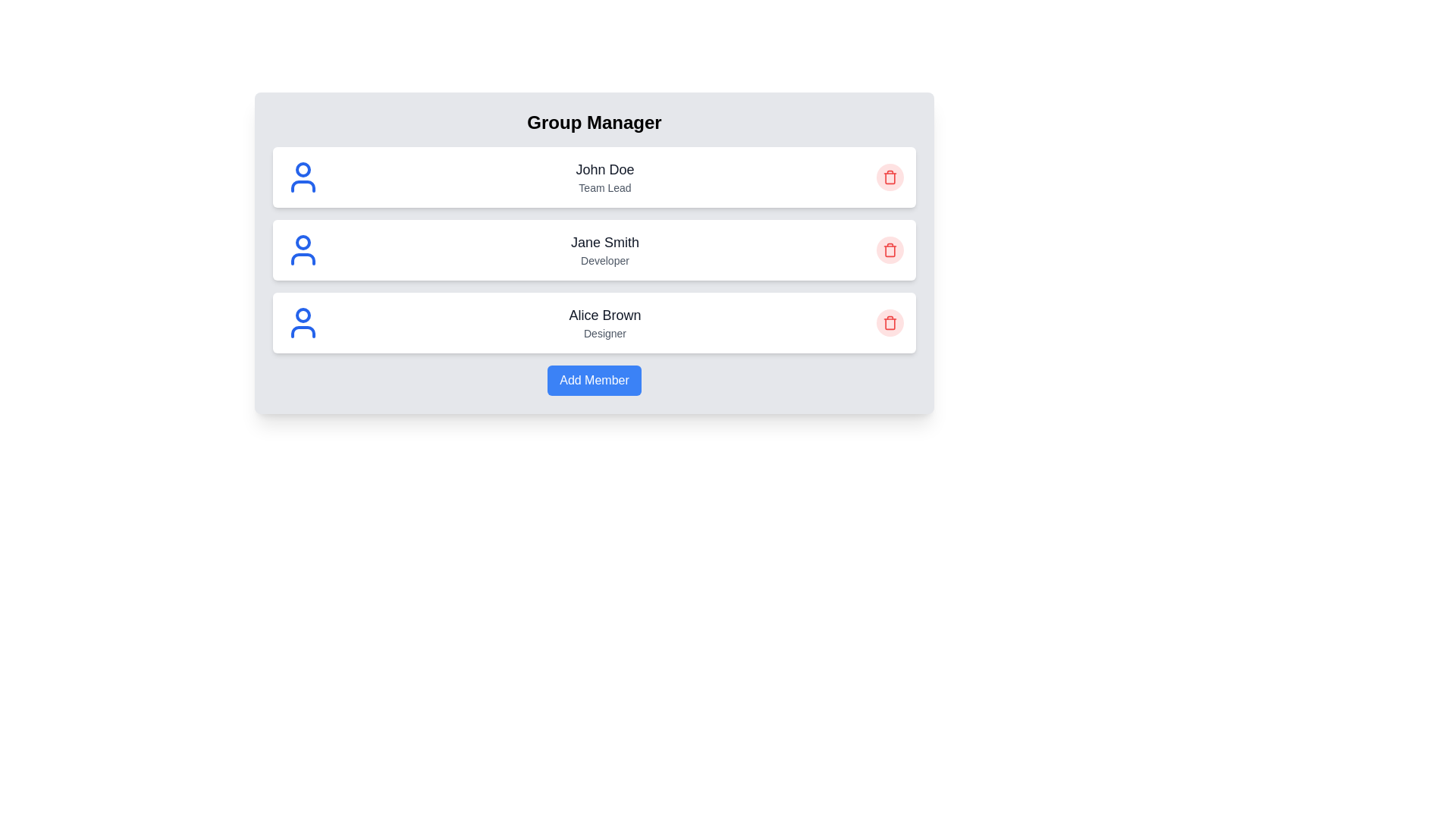 This screenshot has width=1456, height=819. I want to click on the bottom portion of the user icon representing 'Alice Brown - Designer' in the SVG image, so click(303, 331).